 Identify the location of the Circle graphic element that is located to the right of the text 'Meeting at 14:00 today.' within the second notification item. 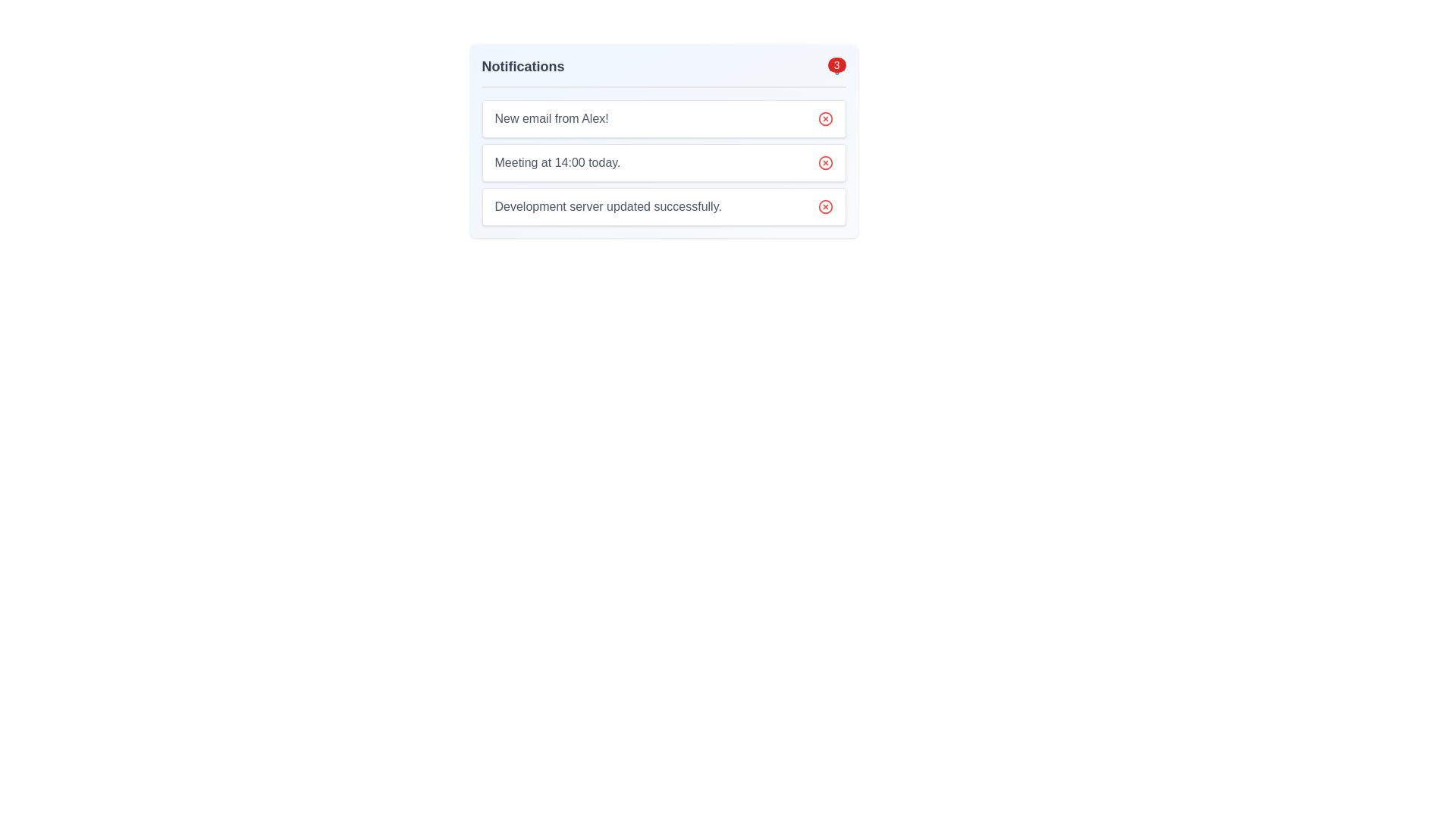
(824, 163).